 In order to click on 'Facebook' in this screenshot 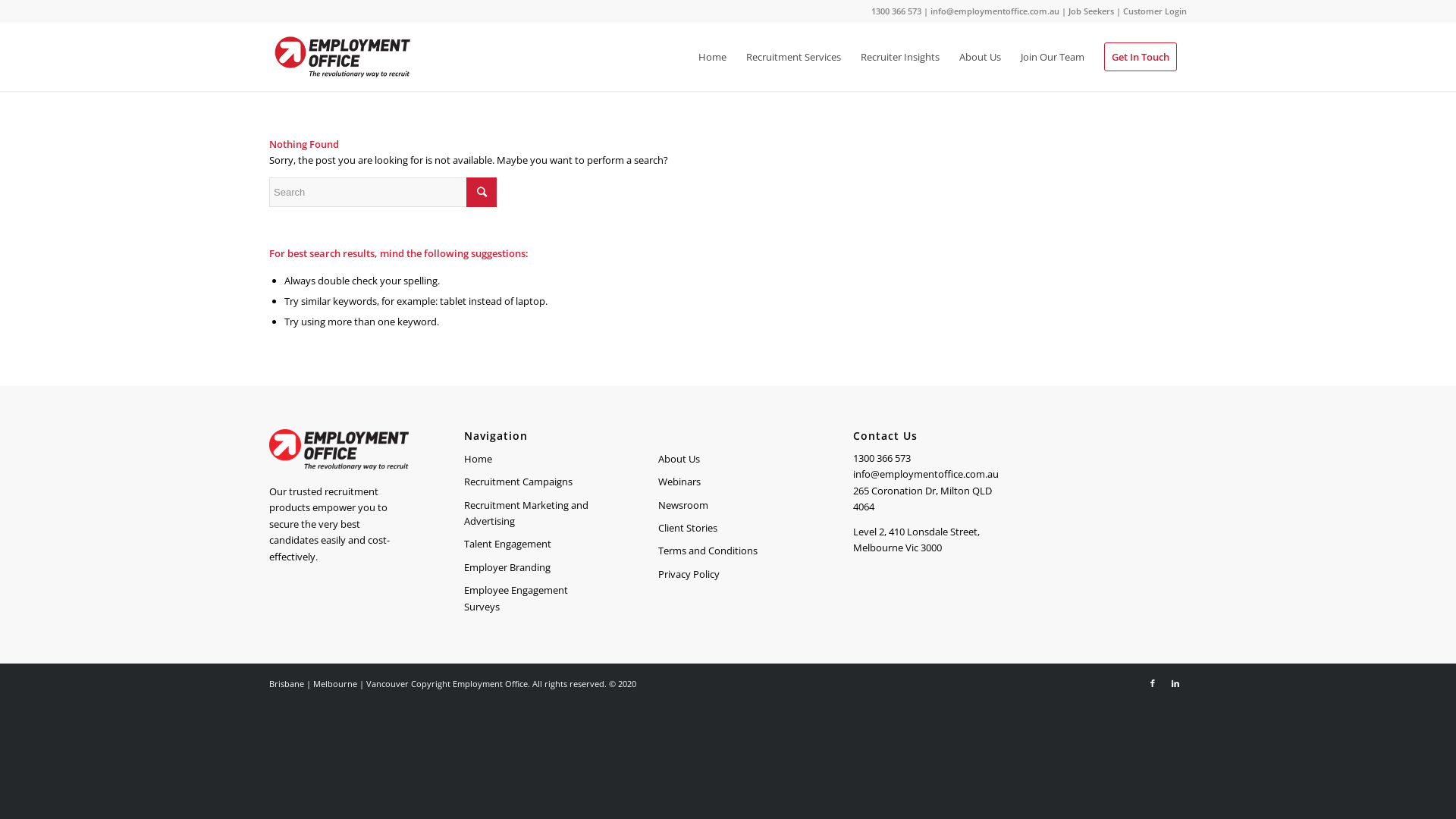, I will do `click(1153, 683)`.